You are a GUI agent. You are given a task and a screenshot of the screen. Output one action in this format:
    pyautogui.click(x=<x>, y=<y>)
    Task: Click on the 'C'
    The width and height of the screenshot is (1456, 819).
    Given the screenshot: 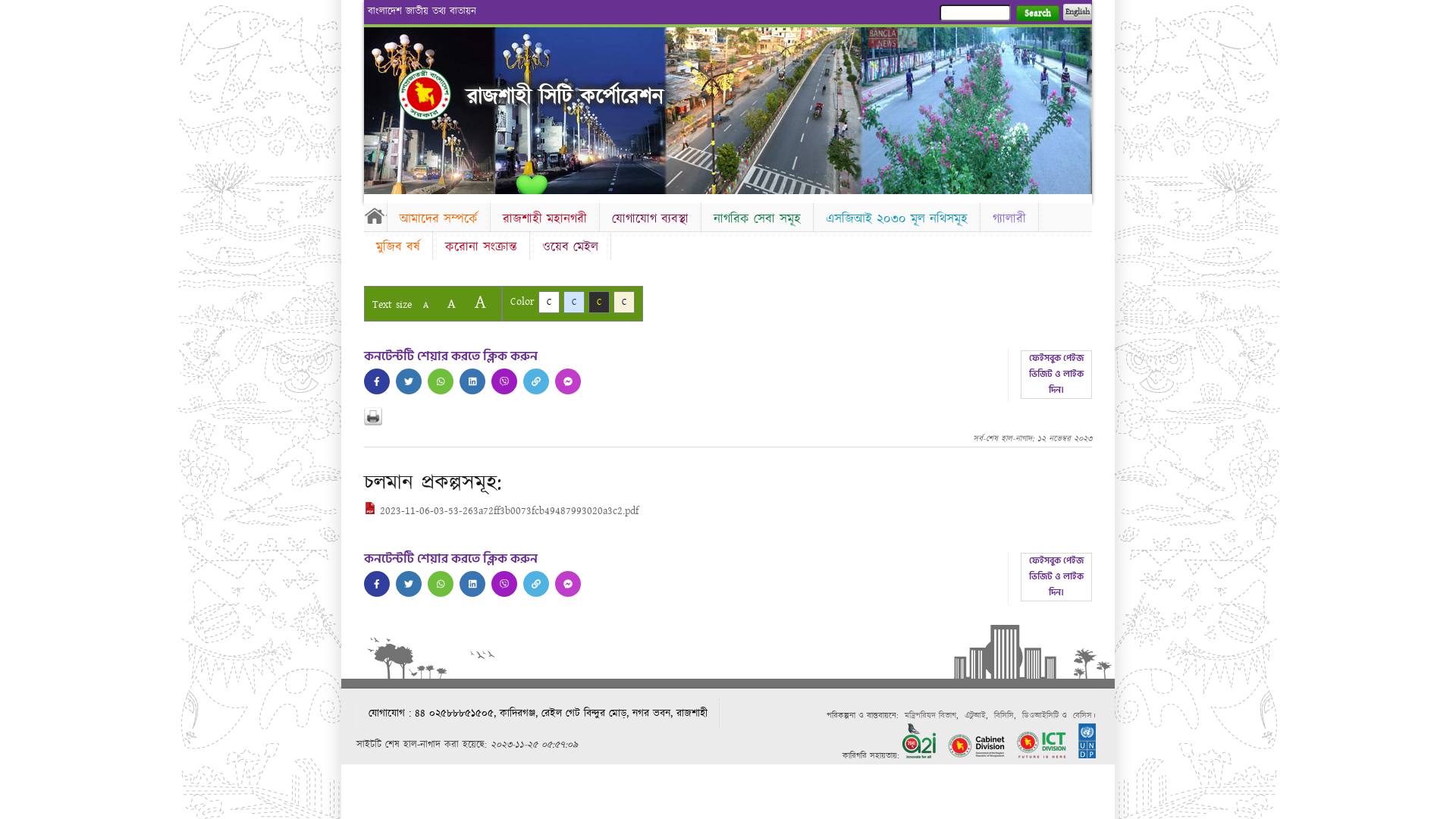 What is the action you would take?
    pyautogui.click(x=598, y=302)
    